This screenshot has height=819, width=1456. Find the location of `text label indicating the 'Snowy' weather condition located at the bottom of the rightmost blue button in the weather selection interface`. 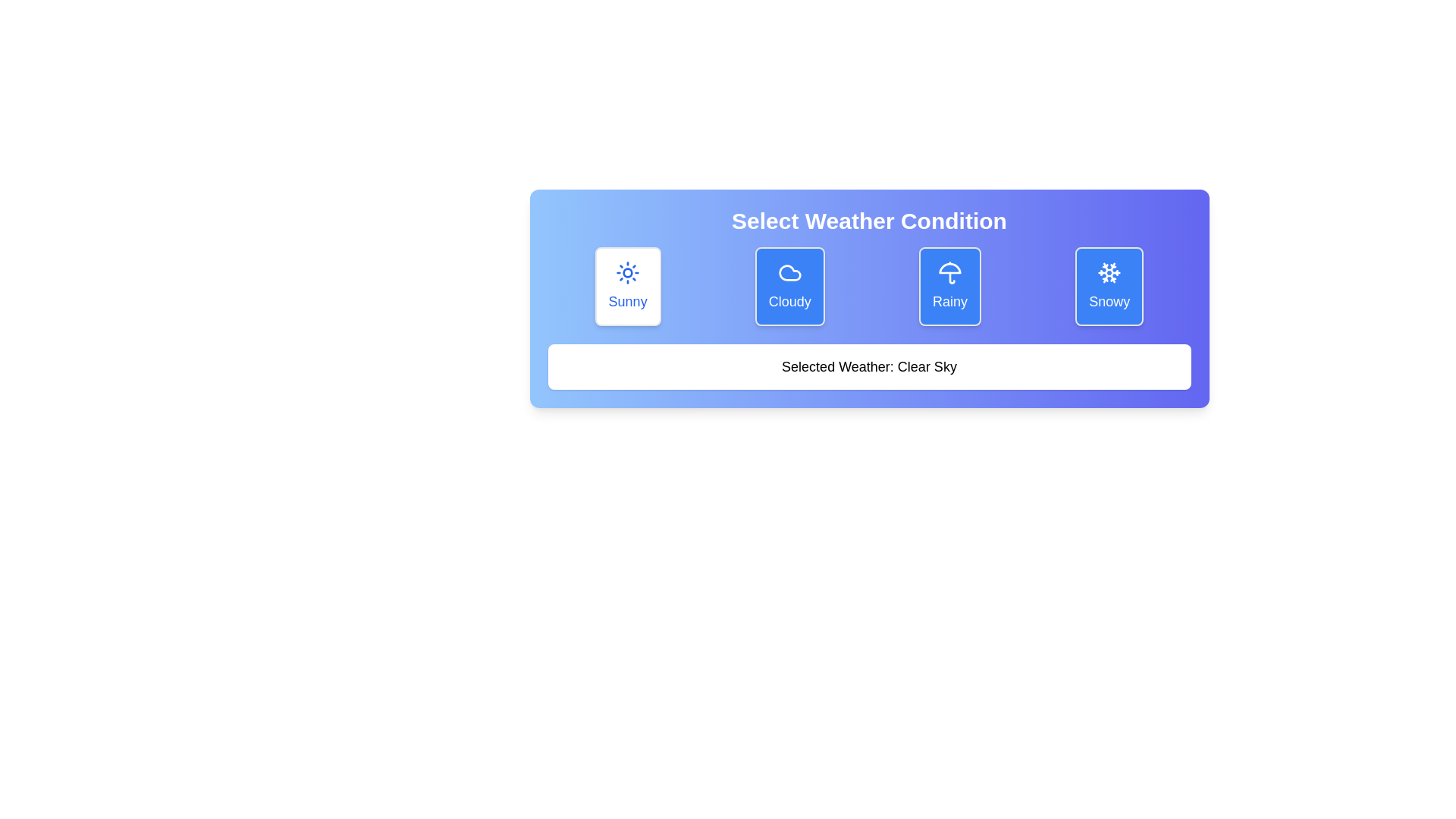

text label indicating the 'Snowy' weather condition located at the bottom of the rightmost blue button in the weather selection interface is located at coordinates (1109, 301).